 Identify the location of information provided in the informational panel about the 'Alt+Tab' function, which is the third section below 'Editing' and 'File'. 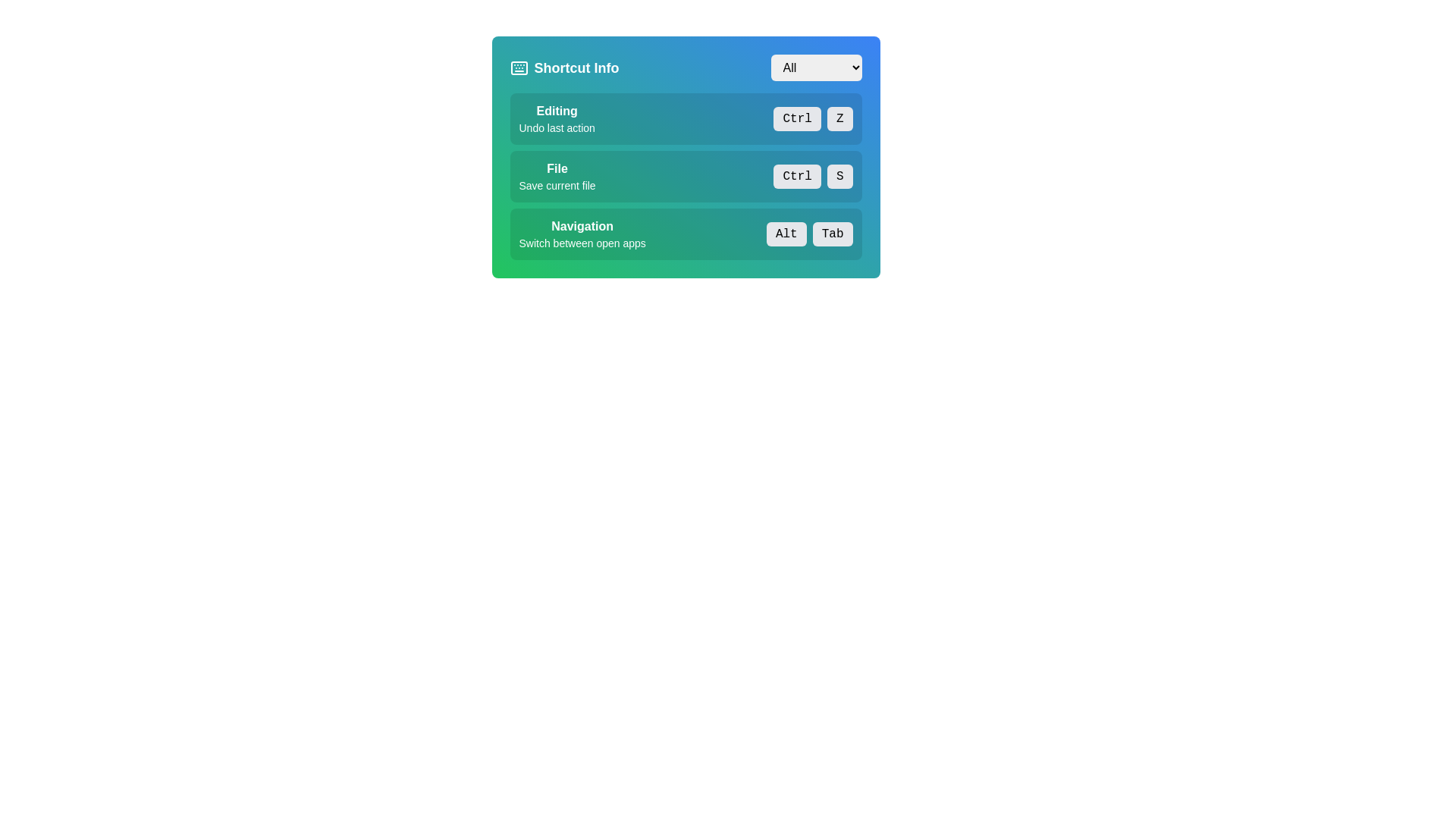
(685, 234).